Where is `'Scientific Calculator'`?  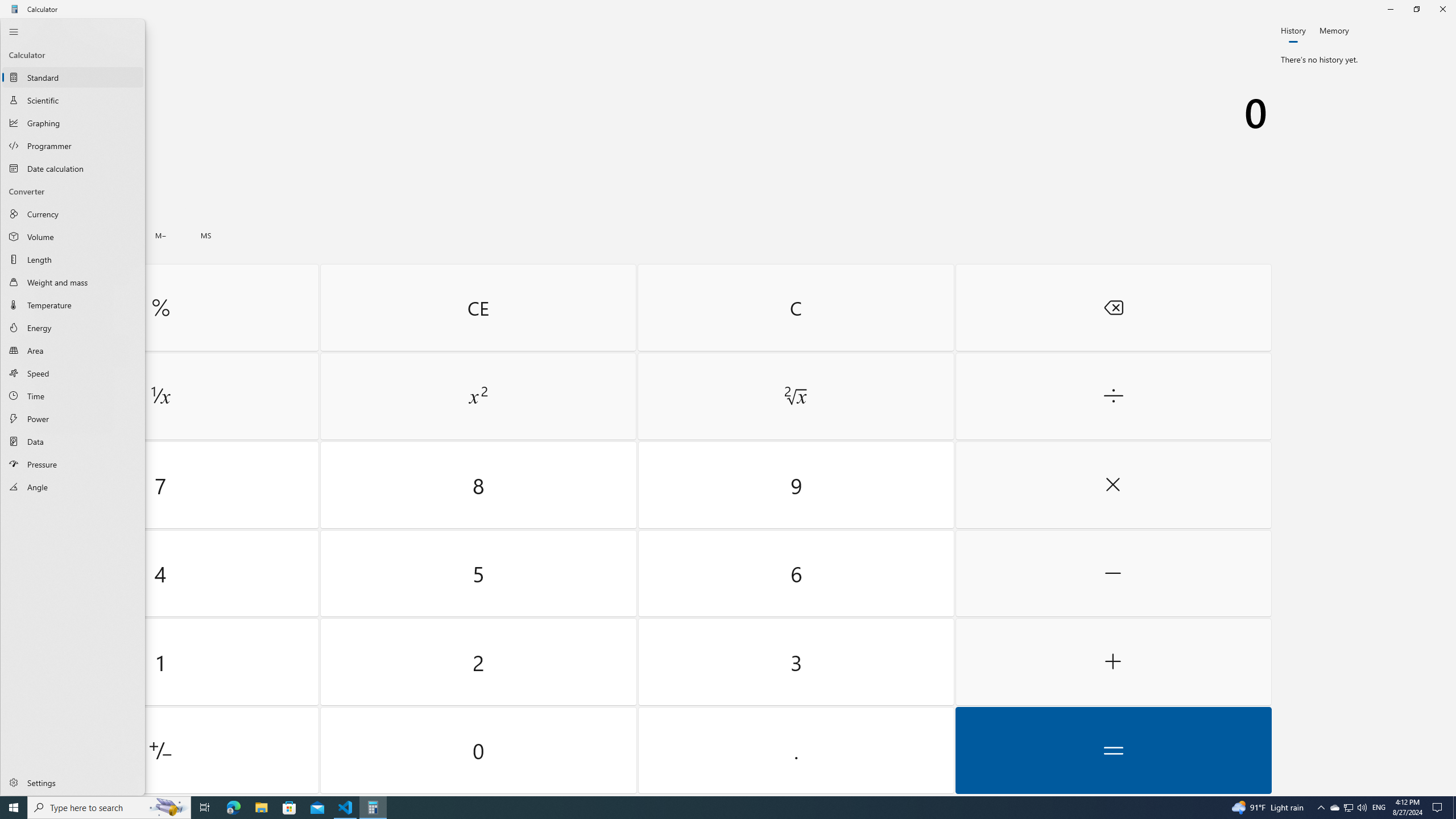 'Scientific Calculator' is located at coordinates (72, 100).